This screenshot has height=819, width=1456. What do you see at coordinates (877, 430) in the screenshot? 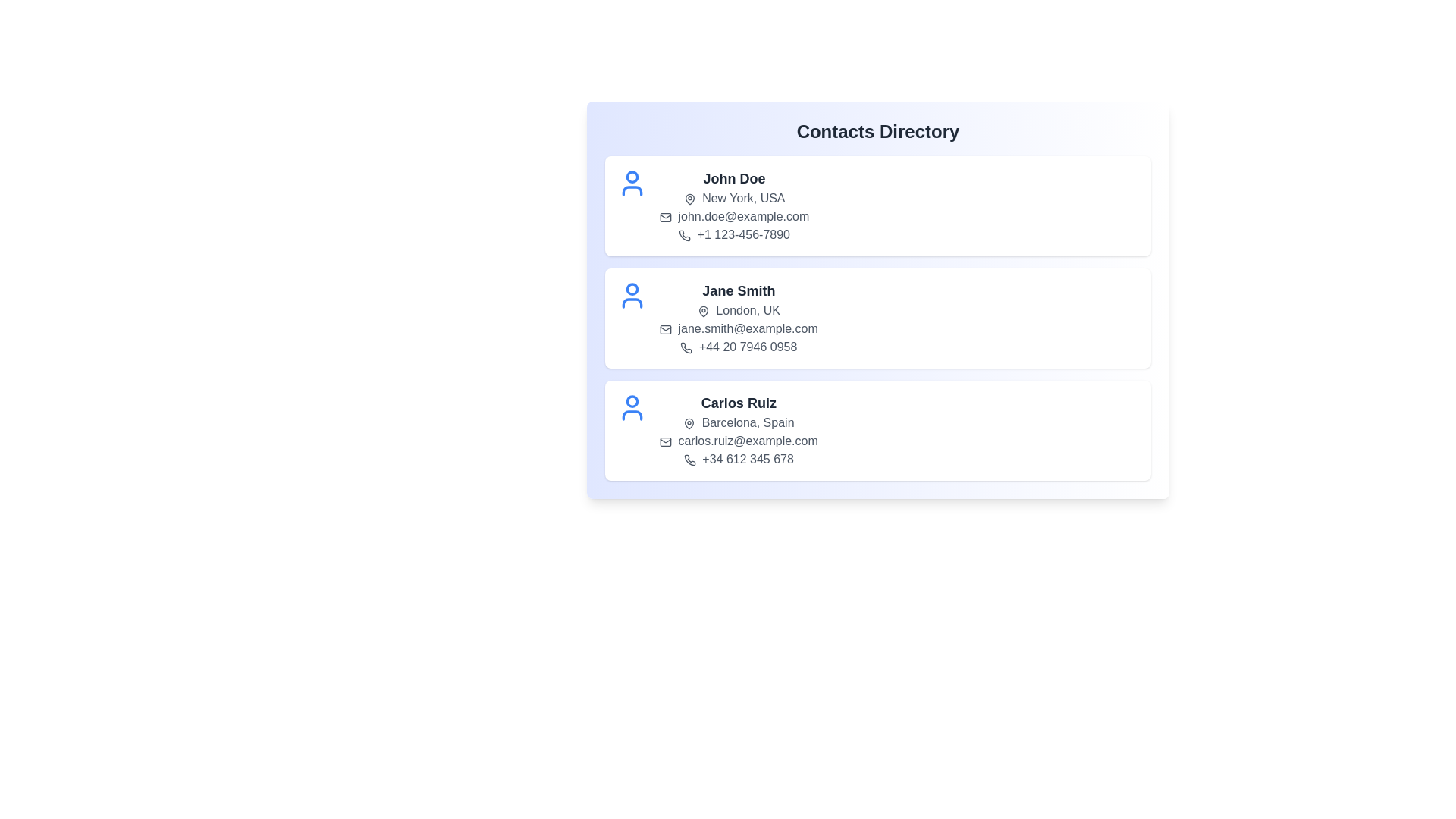
I see `the contact list item for Carlos Ruiz` at bounding box center [877, 430].